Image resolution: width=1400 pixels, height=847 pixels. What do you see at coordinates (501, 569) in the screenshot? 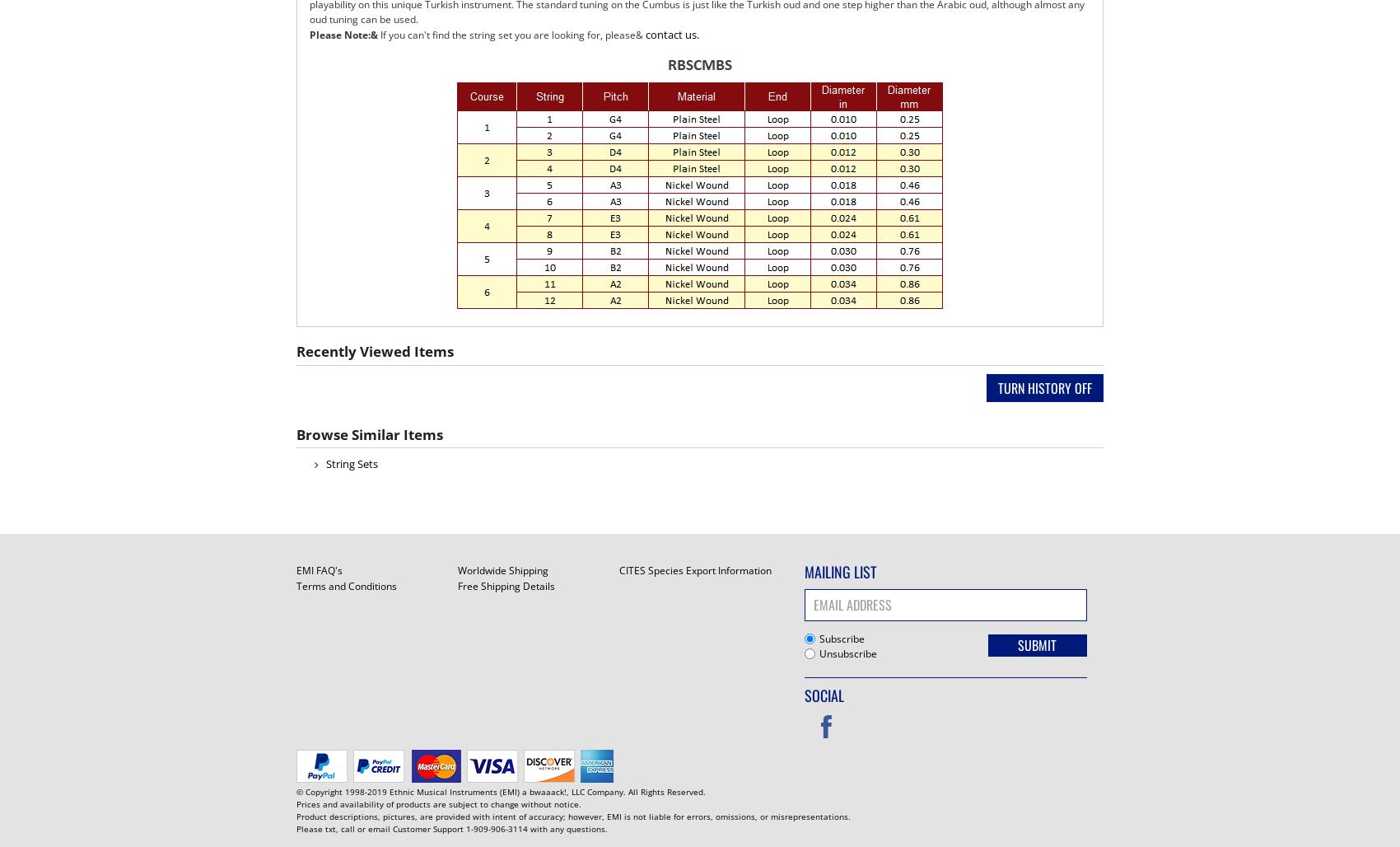
I see `'Worldwide Shipping'` at bounding box center [501, 569].